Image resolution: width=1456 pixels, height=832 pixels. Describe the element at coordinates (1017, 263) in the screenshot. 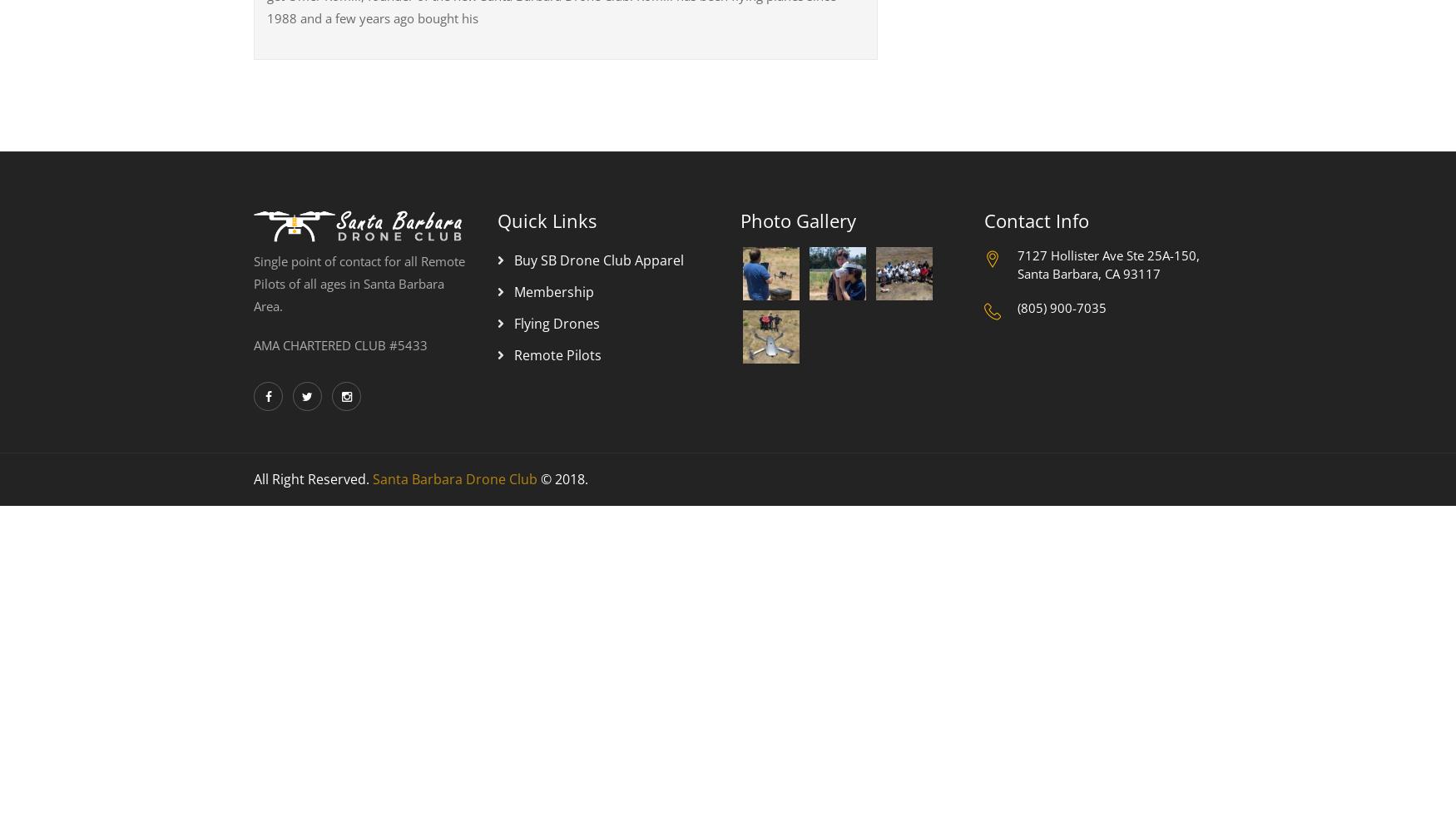

I see `'7127 Hollister Ave Ste 25A-150, Santa Barbara, CA 93117'` at that location.